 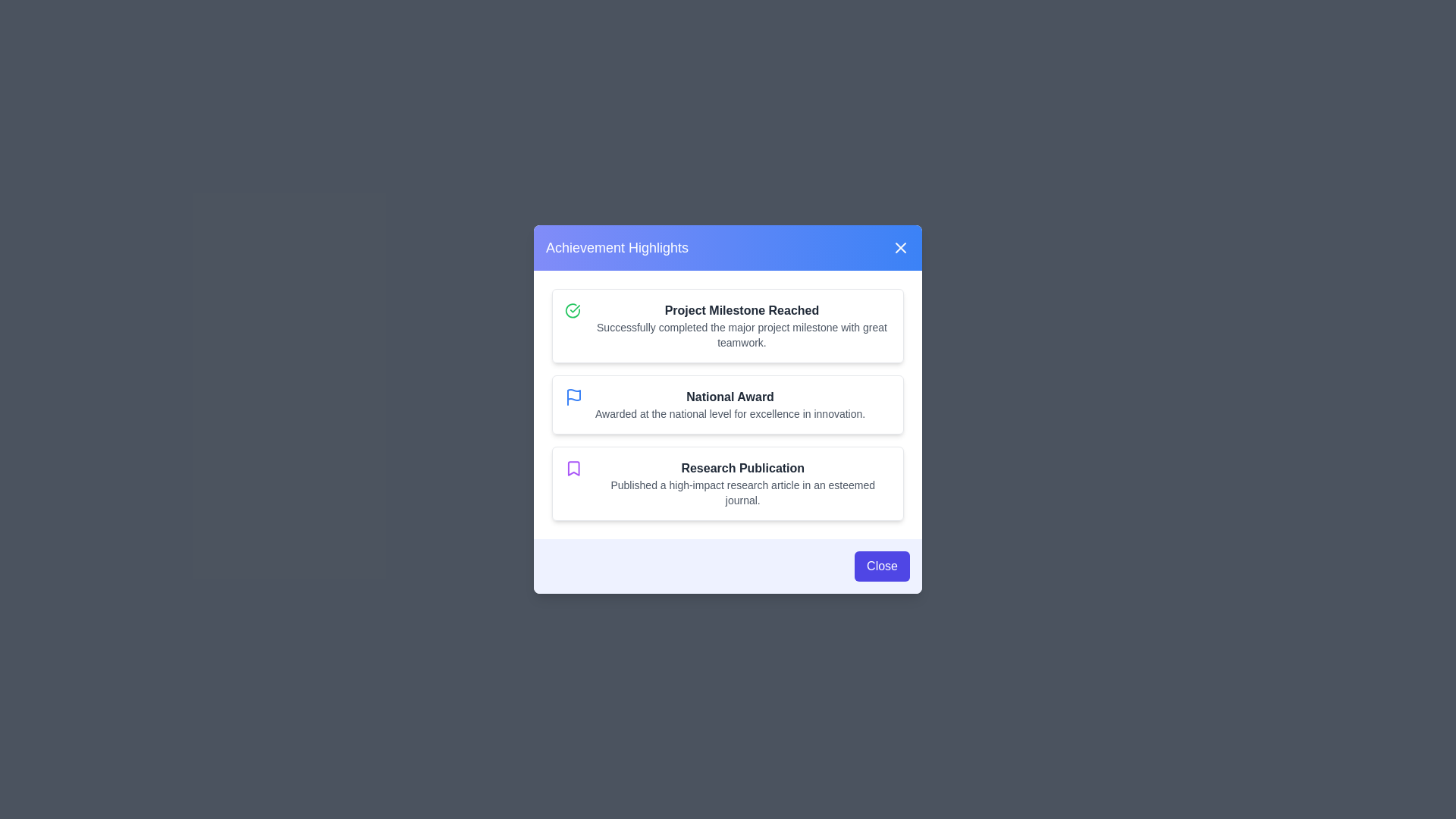 I want to click on the bookmark icon representing the achievement of publishing a research article, which is the third icon in the vertical list of achievements displayed in the modal window, so click(x=573, y=467).